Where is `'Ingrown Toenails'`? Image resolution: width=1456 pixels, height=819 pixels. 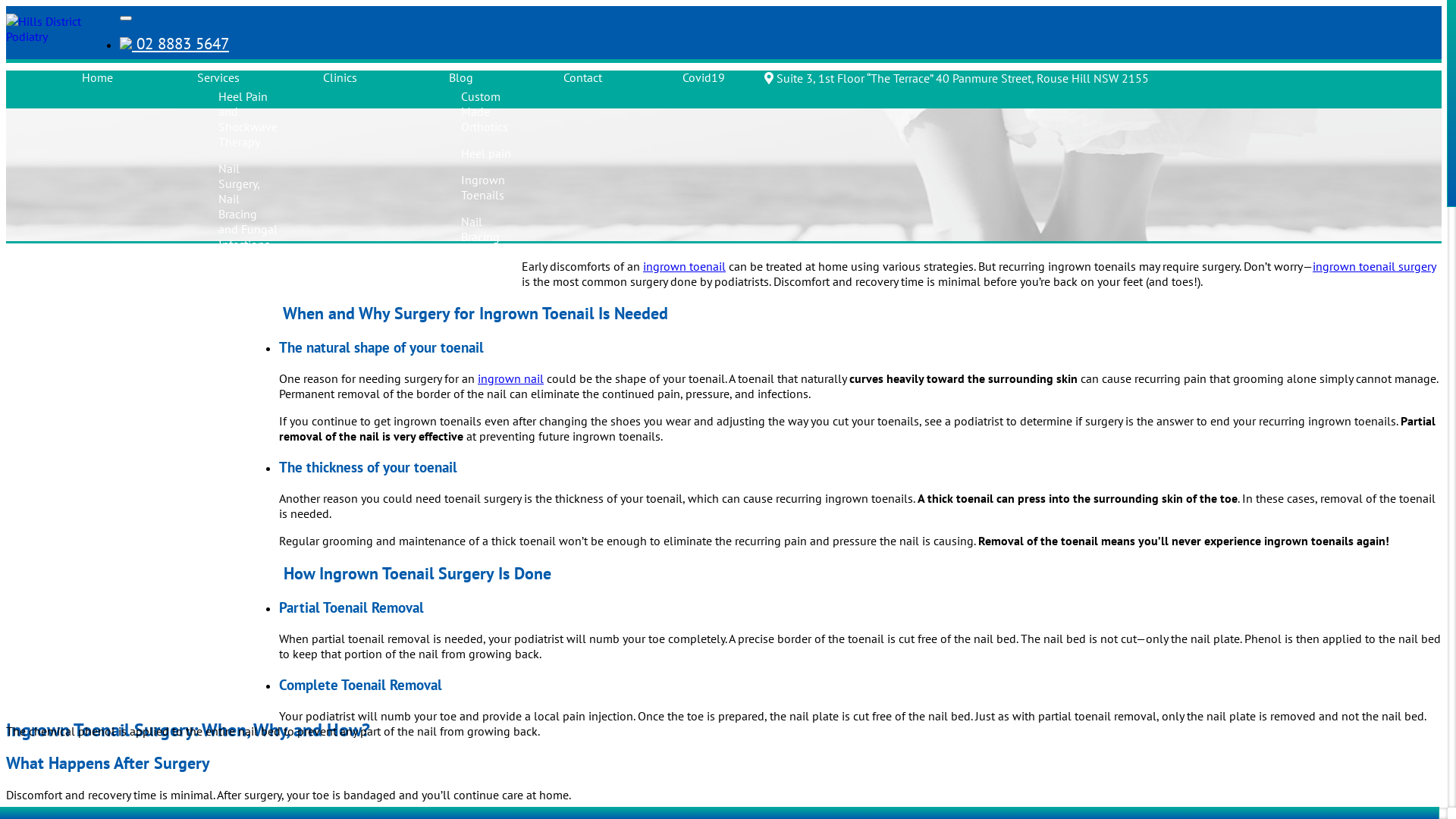
'Ingrown Toenails' is located at coordinates (482, 186).